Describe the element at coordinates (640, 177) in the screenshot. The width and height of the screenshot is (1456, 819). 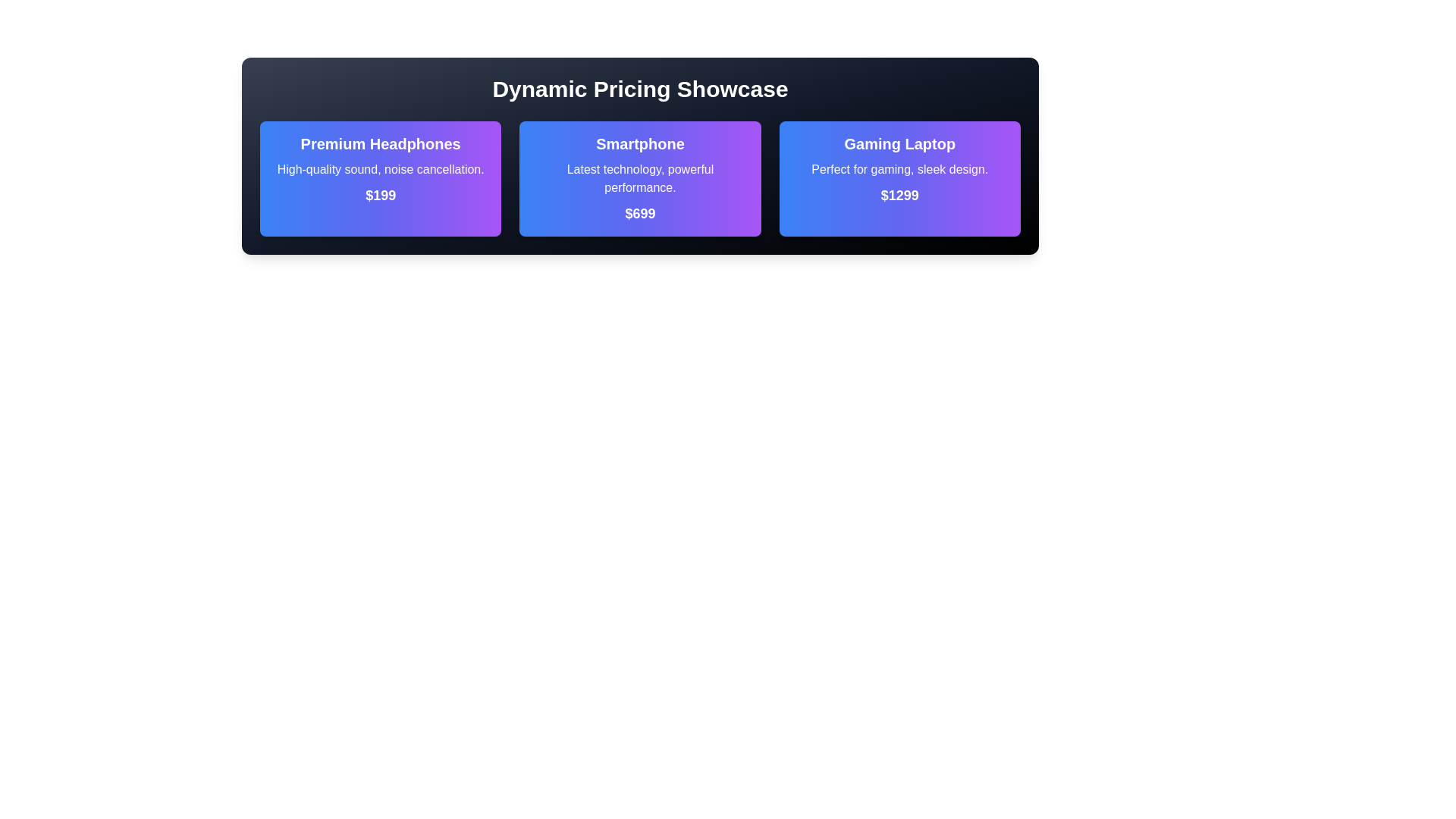
I see `the text area that describes the features of the 'Smartphone' product, positioned under the header 'Smartphone' and above the price '$699'` at that location.